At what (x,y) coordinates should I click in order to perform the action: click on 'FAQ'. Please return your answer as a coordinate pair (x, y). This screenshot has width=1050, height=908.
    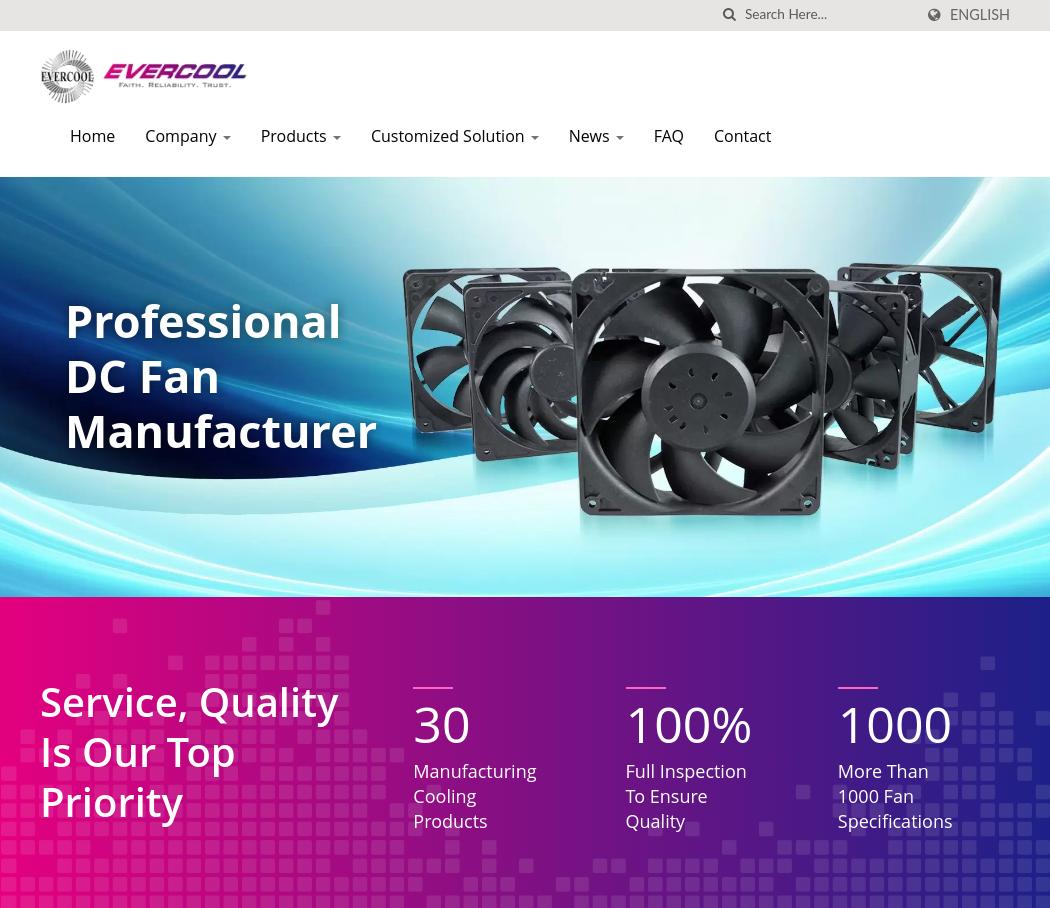
    Looking at the image, I should click on (651, 136).